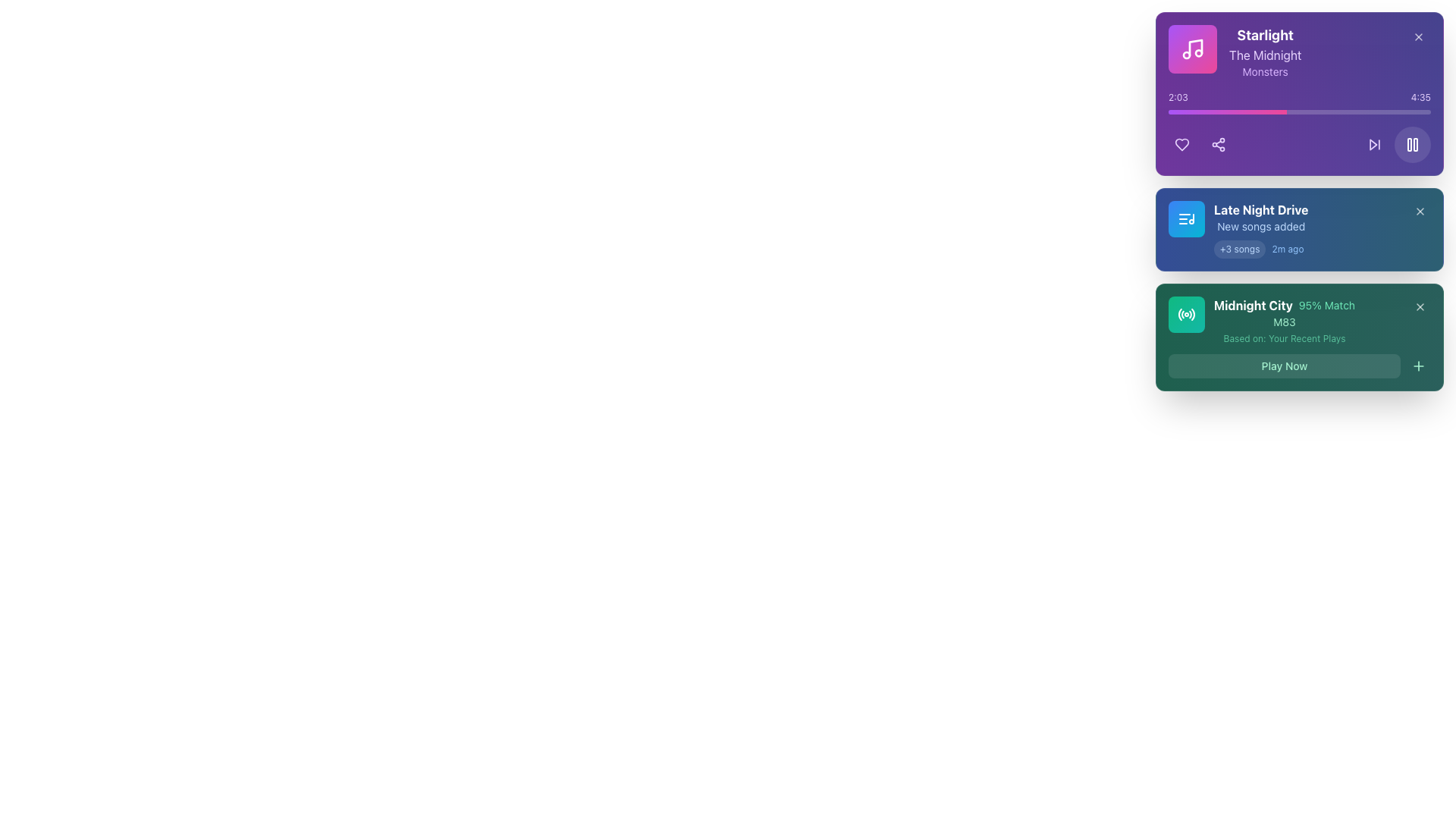 This screenshot has width=1456, height=819. Describe the element at coordinates (1284, 320) in the screenshot. I see `informational text block that provides details about a musical recommendation, including the title, match percentage, artist, and the reason for its suggestion, located in the third card of a vertically stacked list` at that location.